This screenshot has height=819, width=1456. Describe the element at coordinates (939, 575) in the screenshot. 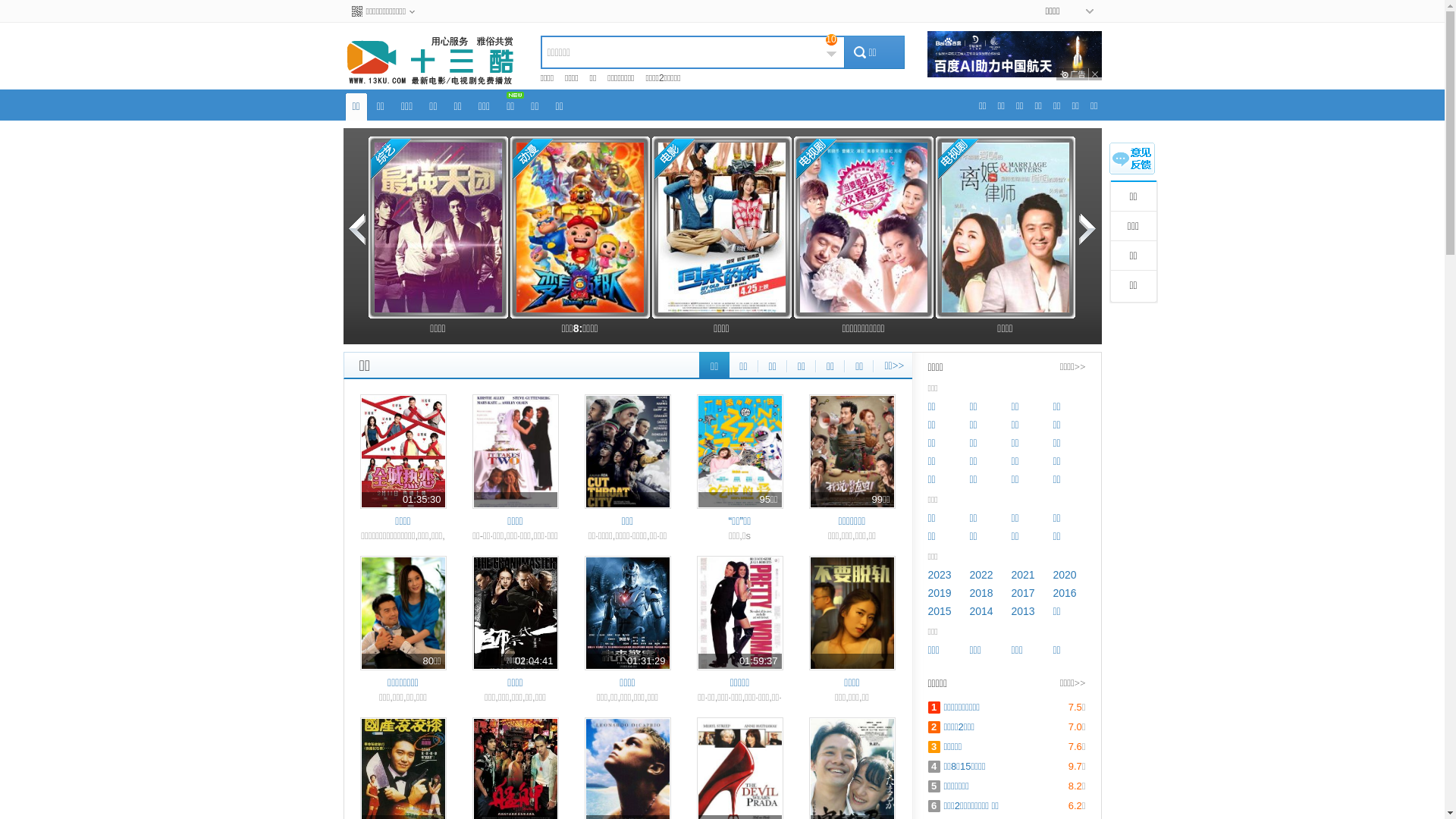

I see `'2023'` at that location.